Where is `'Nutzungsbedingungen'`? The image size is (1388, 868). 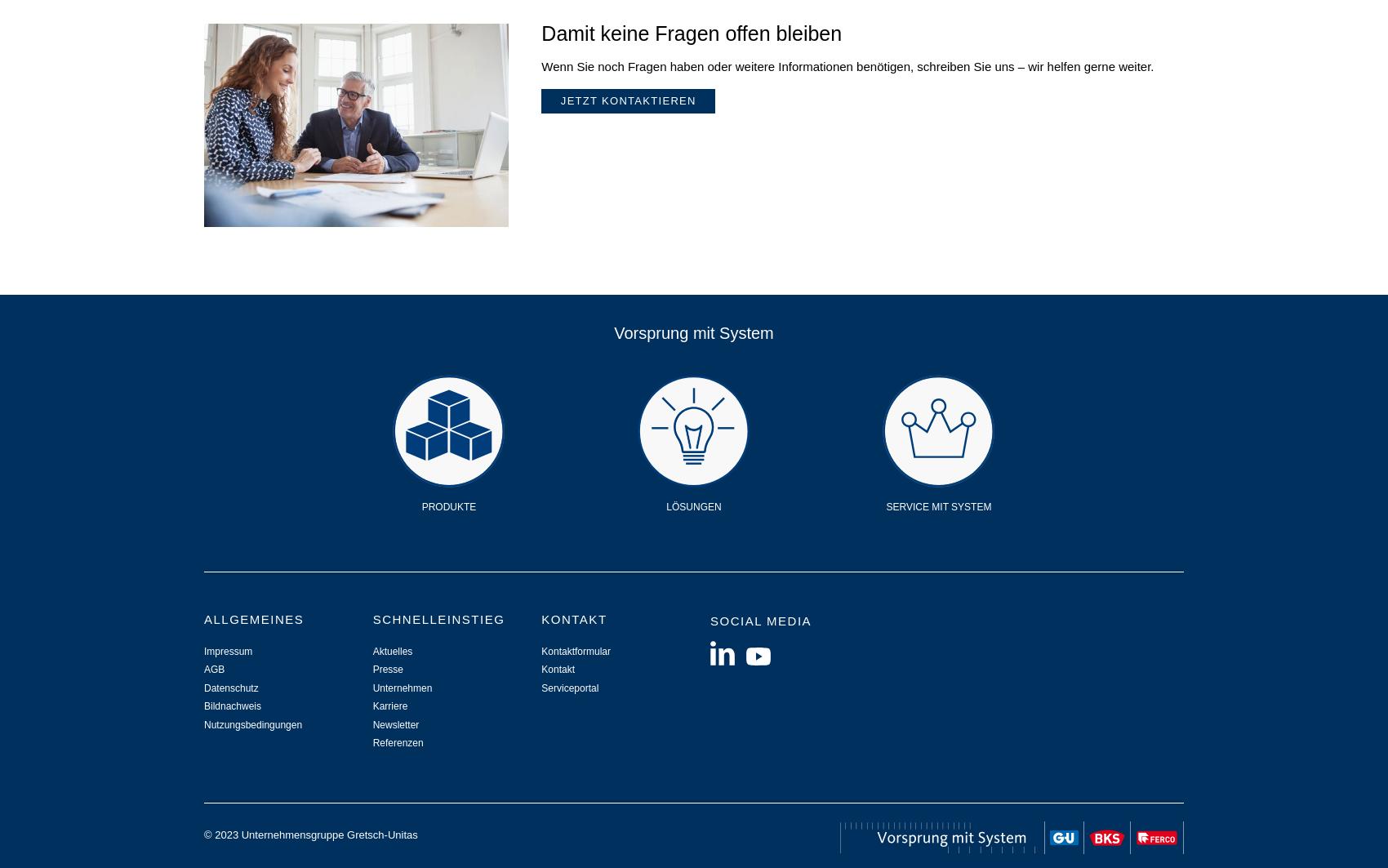
'Nutzungsbedingungen' is located at coordinates (253, 723).